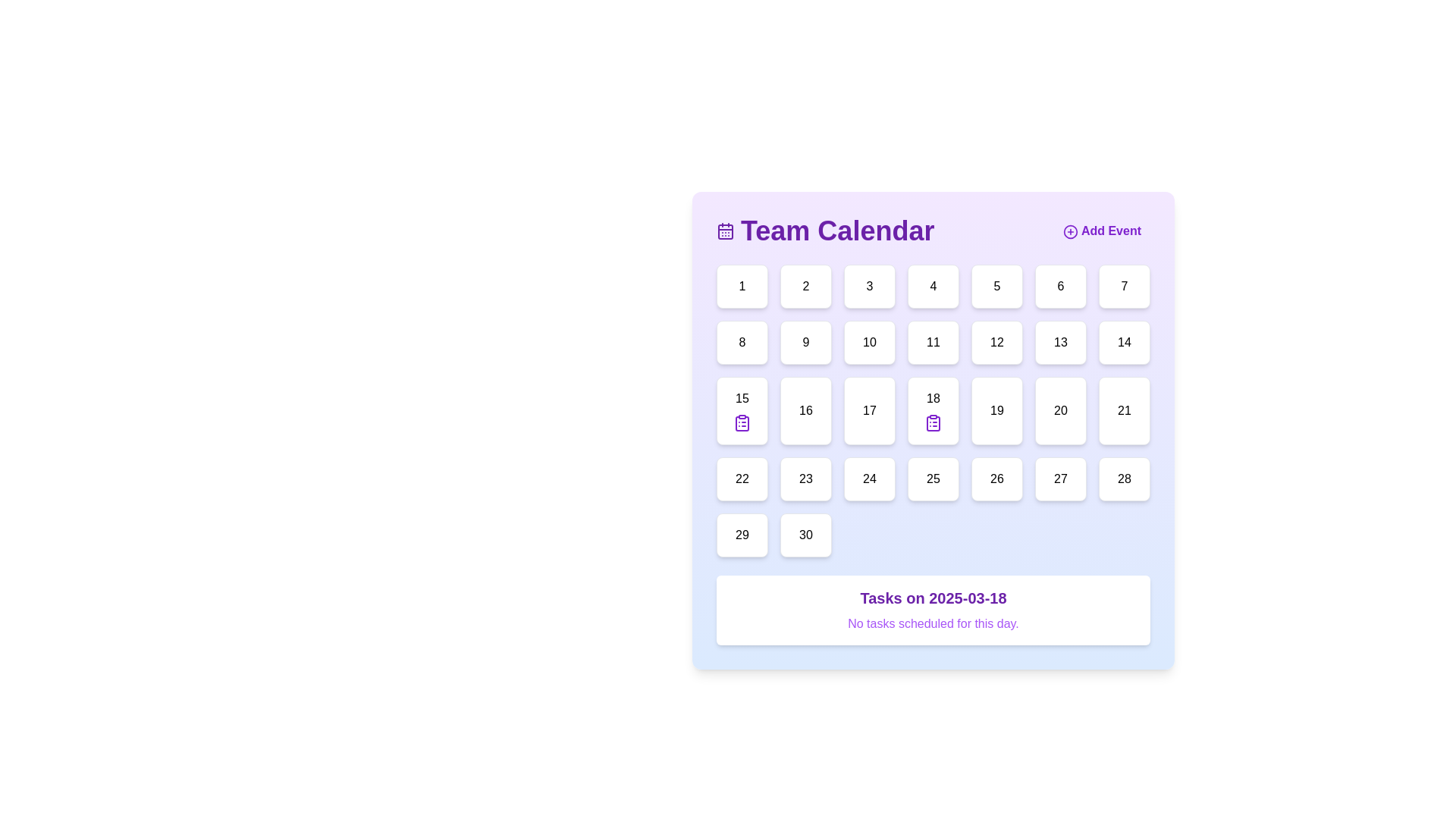 Image resolution: width=1456 pixels, height=819 pixels. Describe the element at coordinates (1059, 342) in the screenshot. I see `the square button with a white background and bold black text displaying '13'` at that location.